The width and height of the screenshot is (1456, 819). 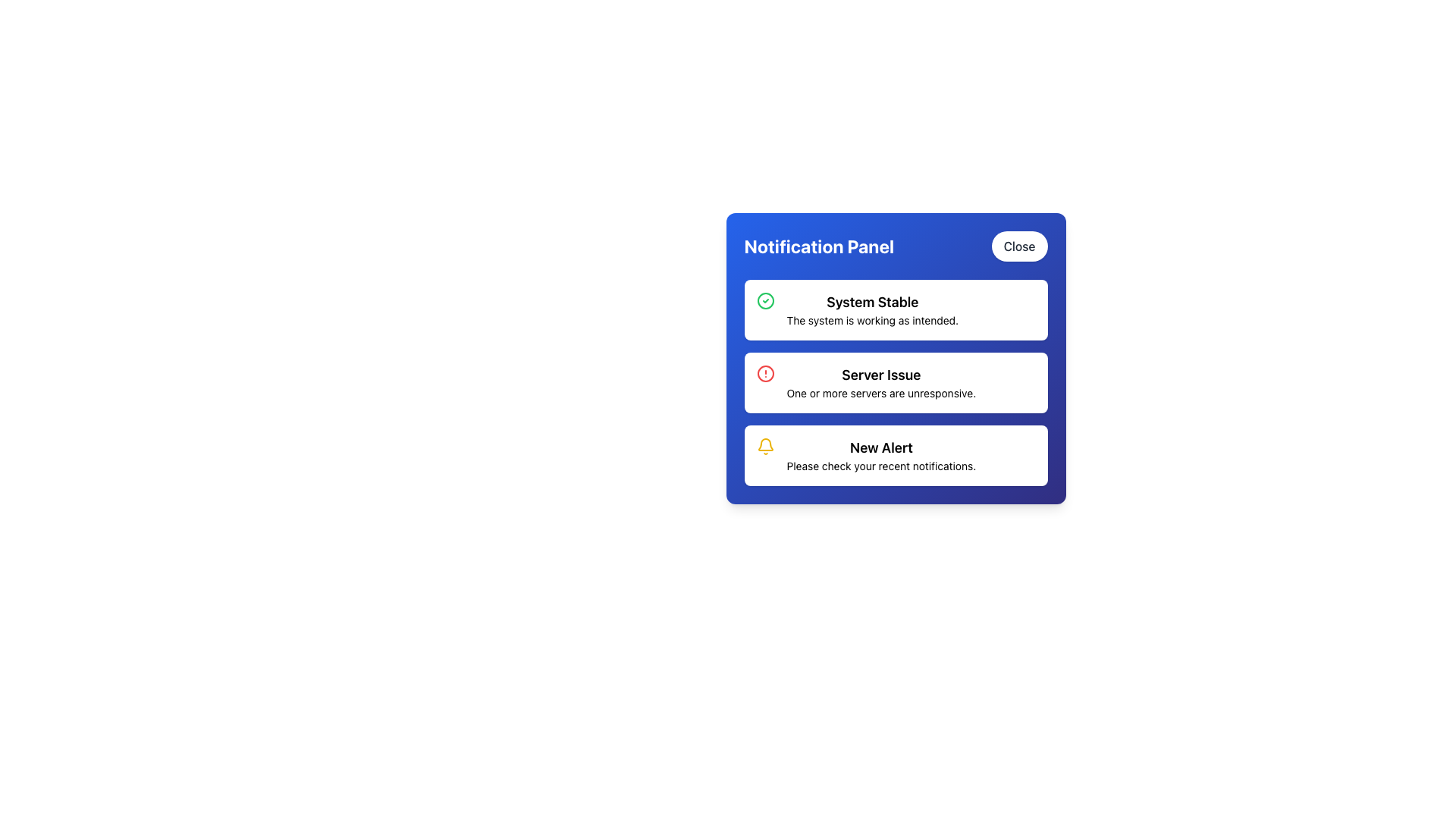 I want to click on status message displayed in the text block that shows 'System Stable' and 'The system is working as intended' located in the upper-middle section of the blue Notification Panel, so click(x=872, y=309).